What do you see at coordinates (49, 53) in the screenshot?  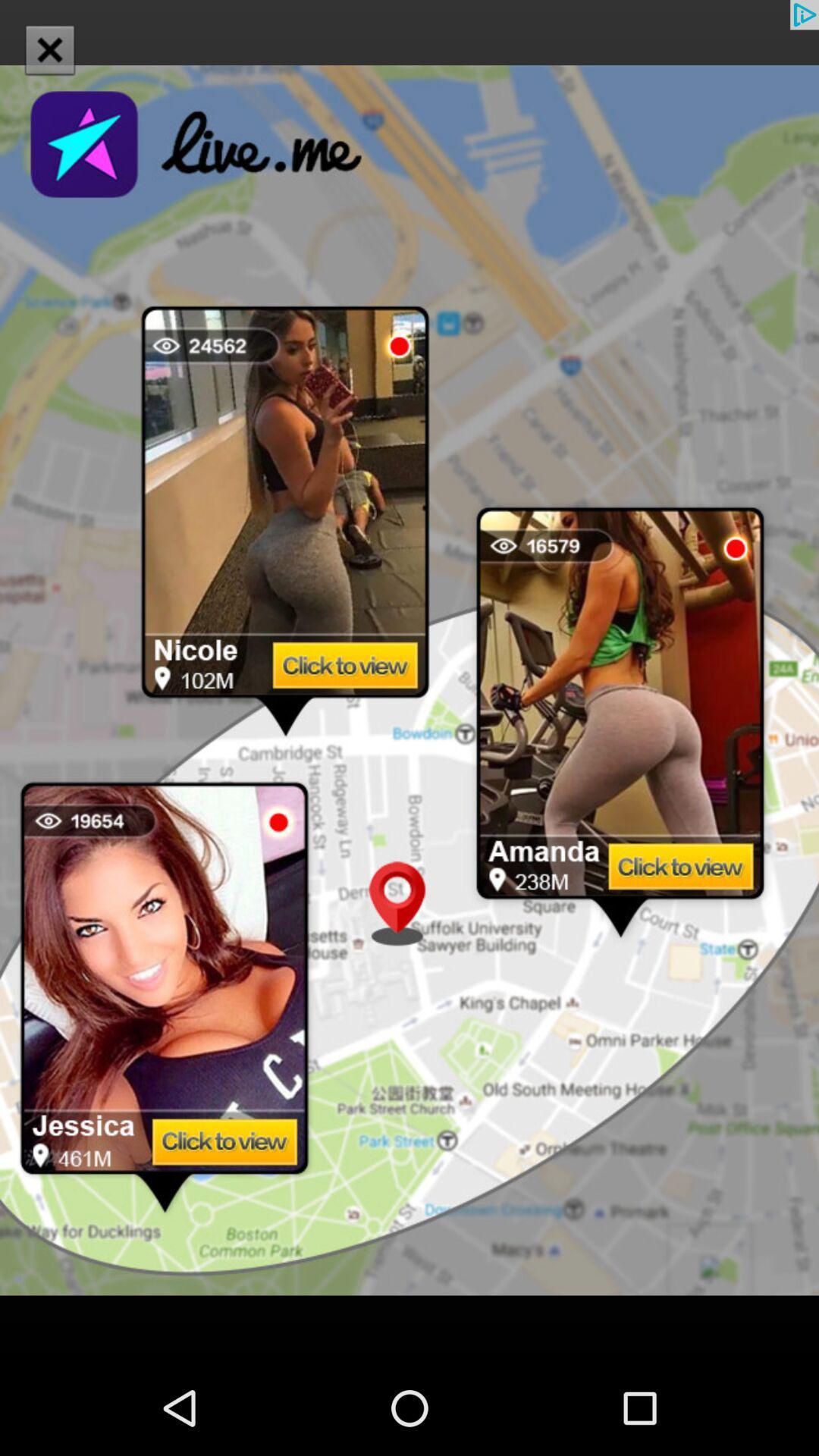 I see `the close icon` at bounding box center [49, 53].